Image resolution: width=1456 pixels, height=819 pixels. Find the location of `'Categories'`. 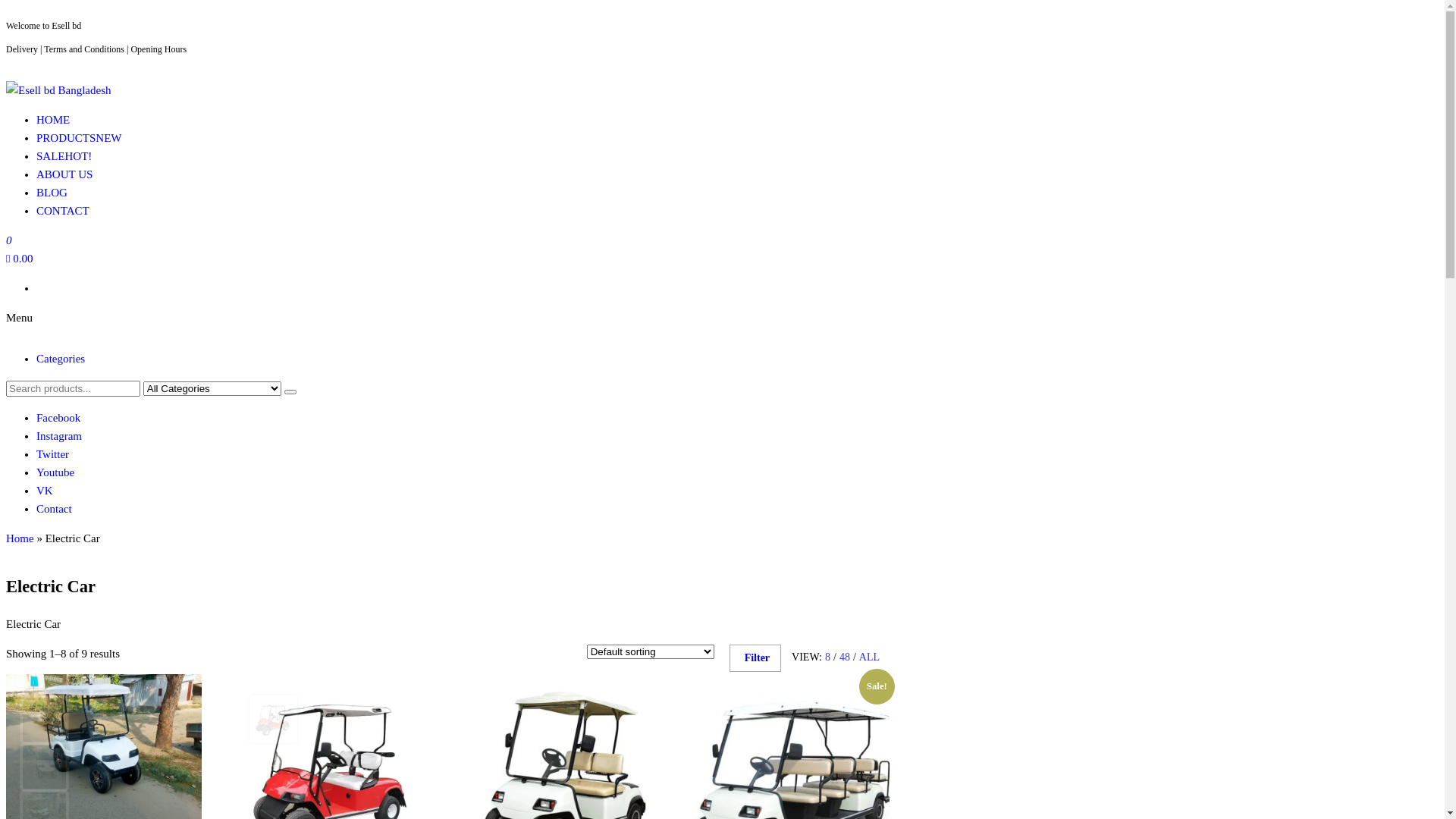

'Categories' is located at coordinates (36, 359).